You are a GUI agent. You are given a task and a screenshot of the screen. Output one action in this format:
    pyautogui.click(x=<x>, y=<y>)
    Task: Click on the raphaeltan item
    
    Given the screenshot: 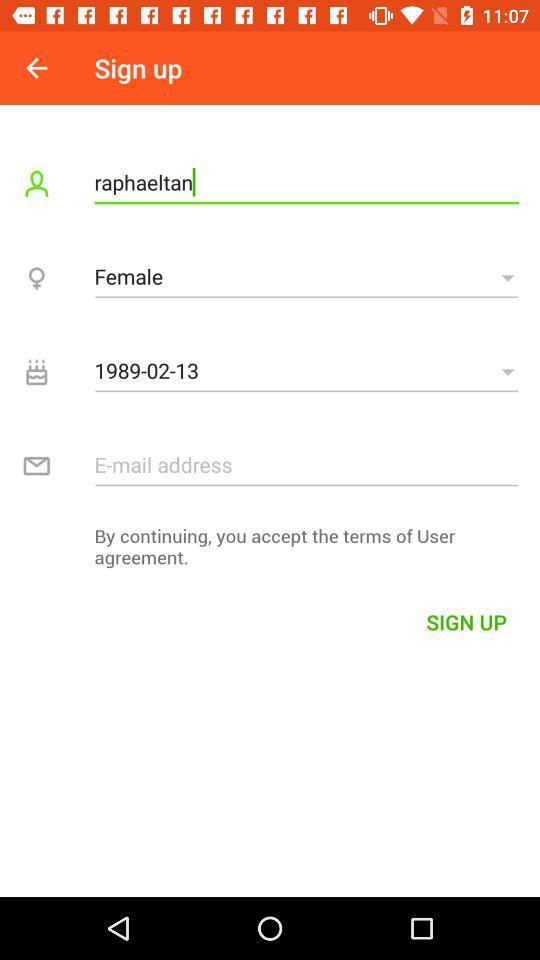 What is the action you would take?
    pyautogui.click(x=306, y=182)
    